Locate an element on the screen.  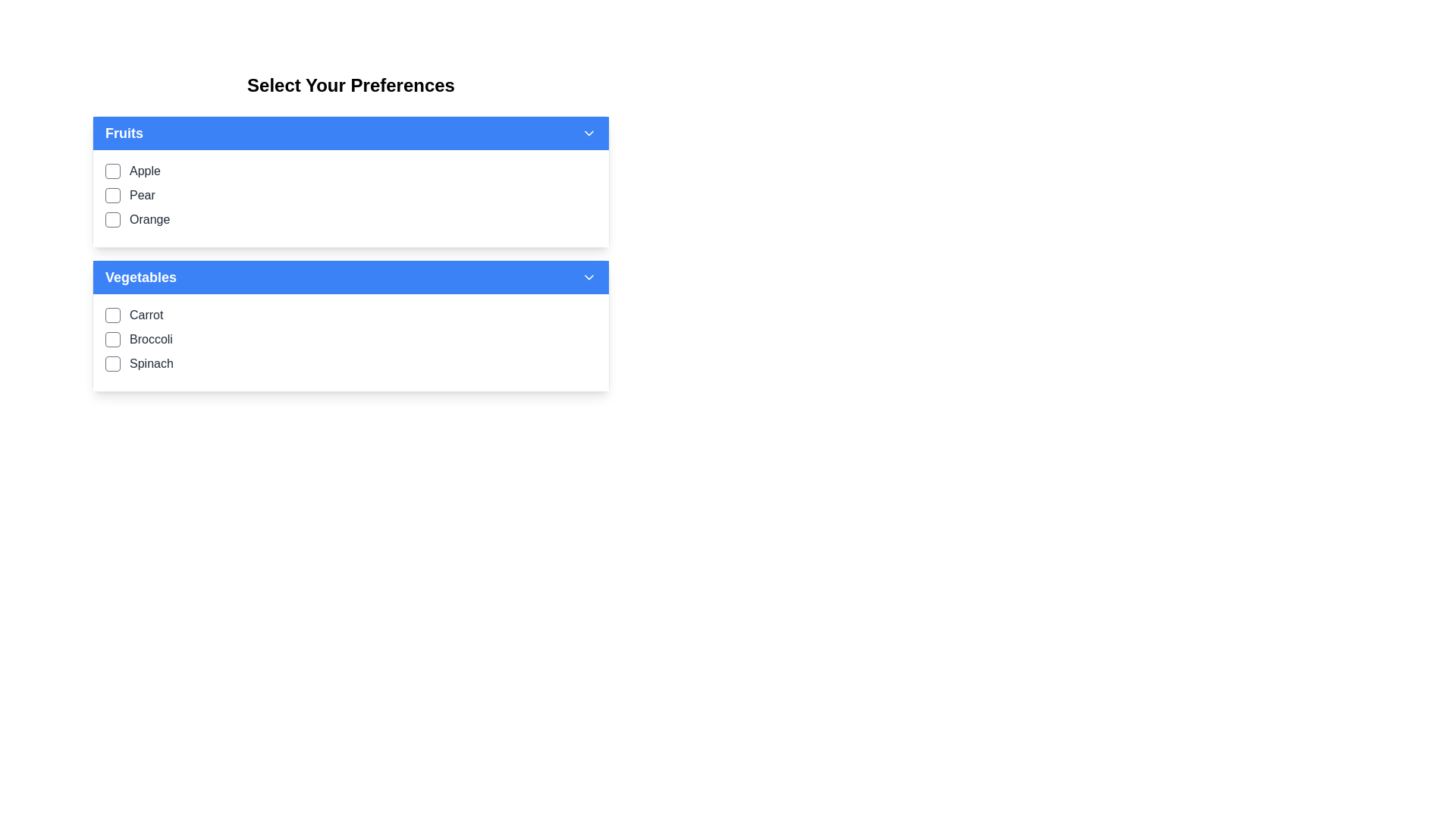
the downward-pointing chevron icon at the right end of the blue bar labeled 'Fruits' is located at coordinates (588, 133).